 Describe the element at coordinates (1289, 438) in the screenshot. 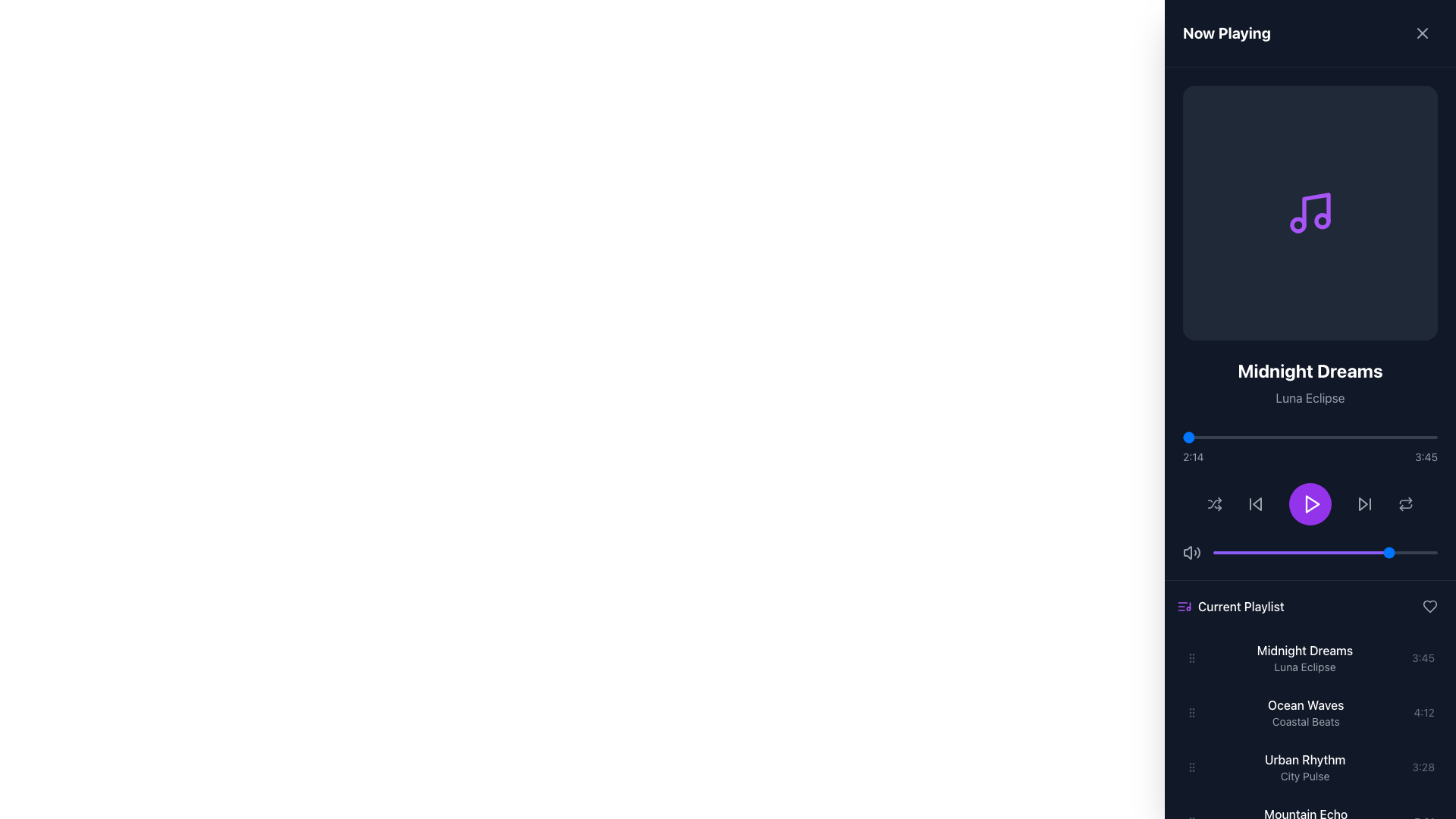

I see `playback position` at that location.